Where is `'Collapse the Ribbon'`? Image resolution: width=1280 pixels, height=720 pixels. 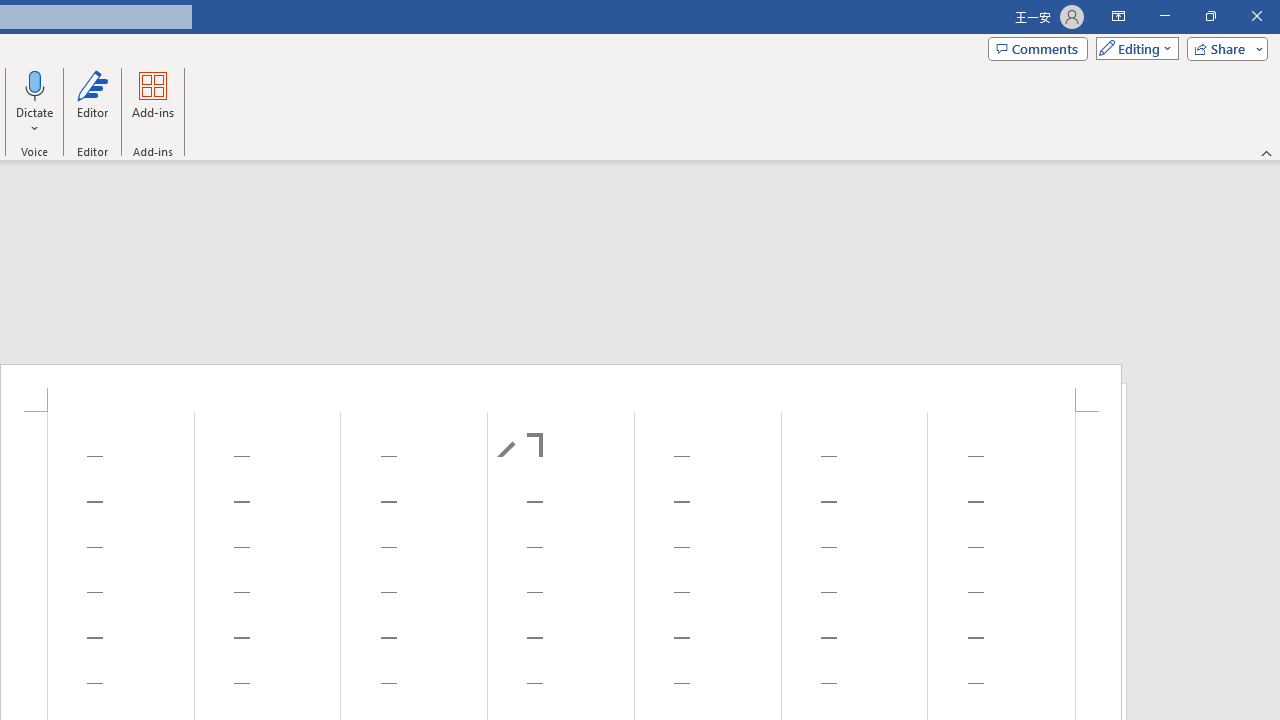
'Collapse the Ribbon' is located at coordinates (1266, 152).